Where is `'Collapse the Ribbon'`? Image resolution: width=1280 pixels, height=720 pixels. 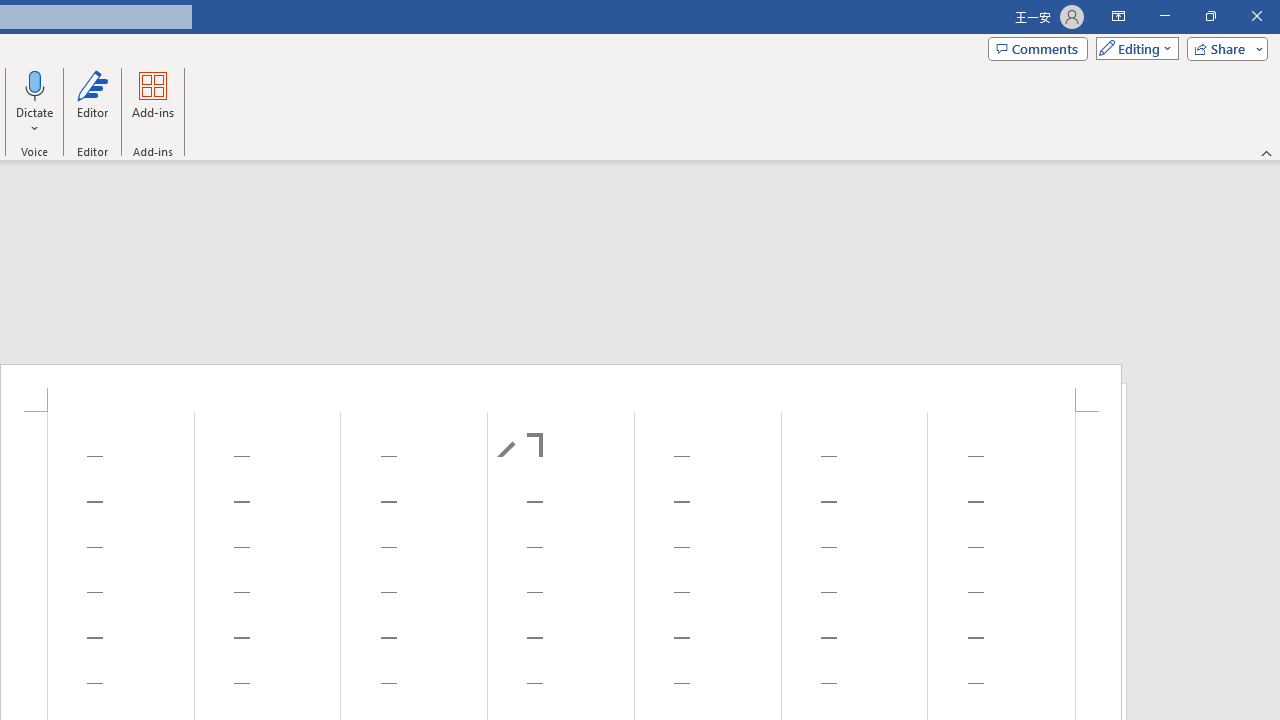
'Collapse the Ribbon' is located at coordinates (1266, 152).